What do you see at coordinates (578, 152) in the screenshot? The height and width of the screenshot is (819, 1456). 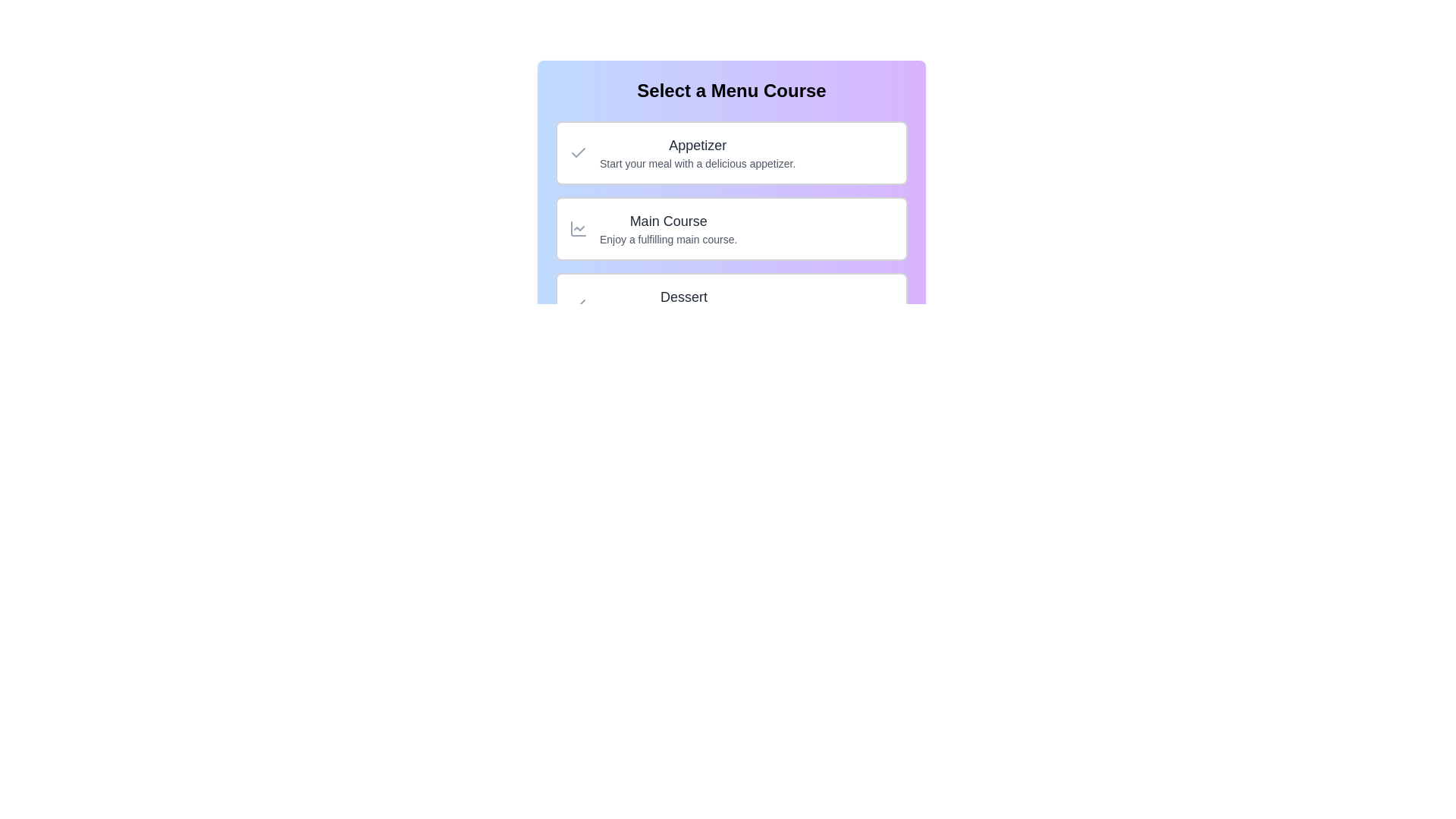 I see `the visual change of the selection status icon next to the 'Appetizer' option in the menu` at bounding box center [578, 152].